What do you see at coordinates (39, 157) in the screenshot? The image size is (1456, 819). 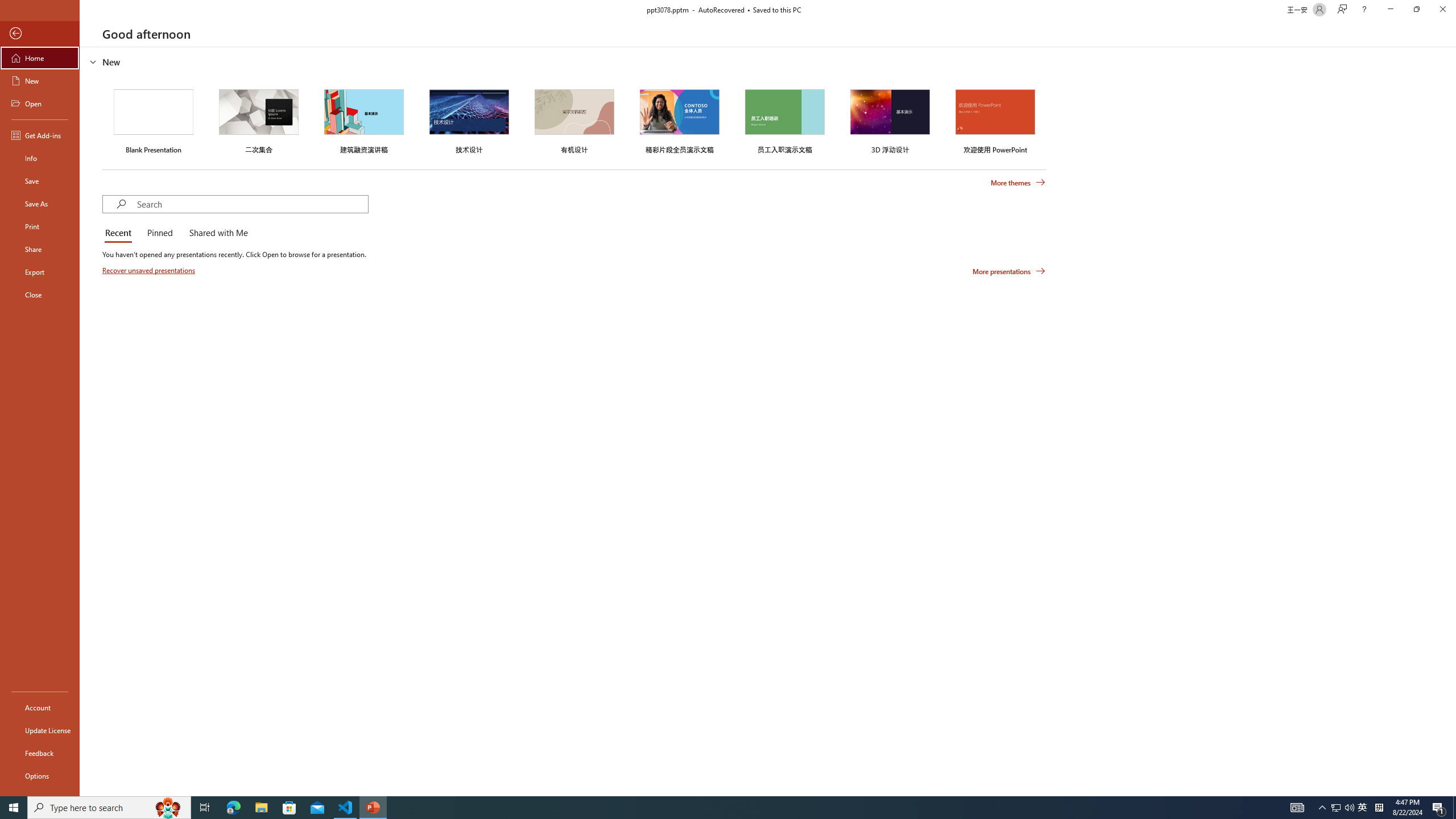 I see `'Info'` at bounding box center [39, 157].